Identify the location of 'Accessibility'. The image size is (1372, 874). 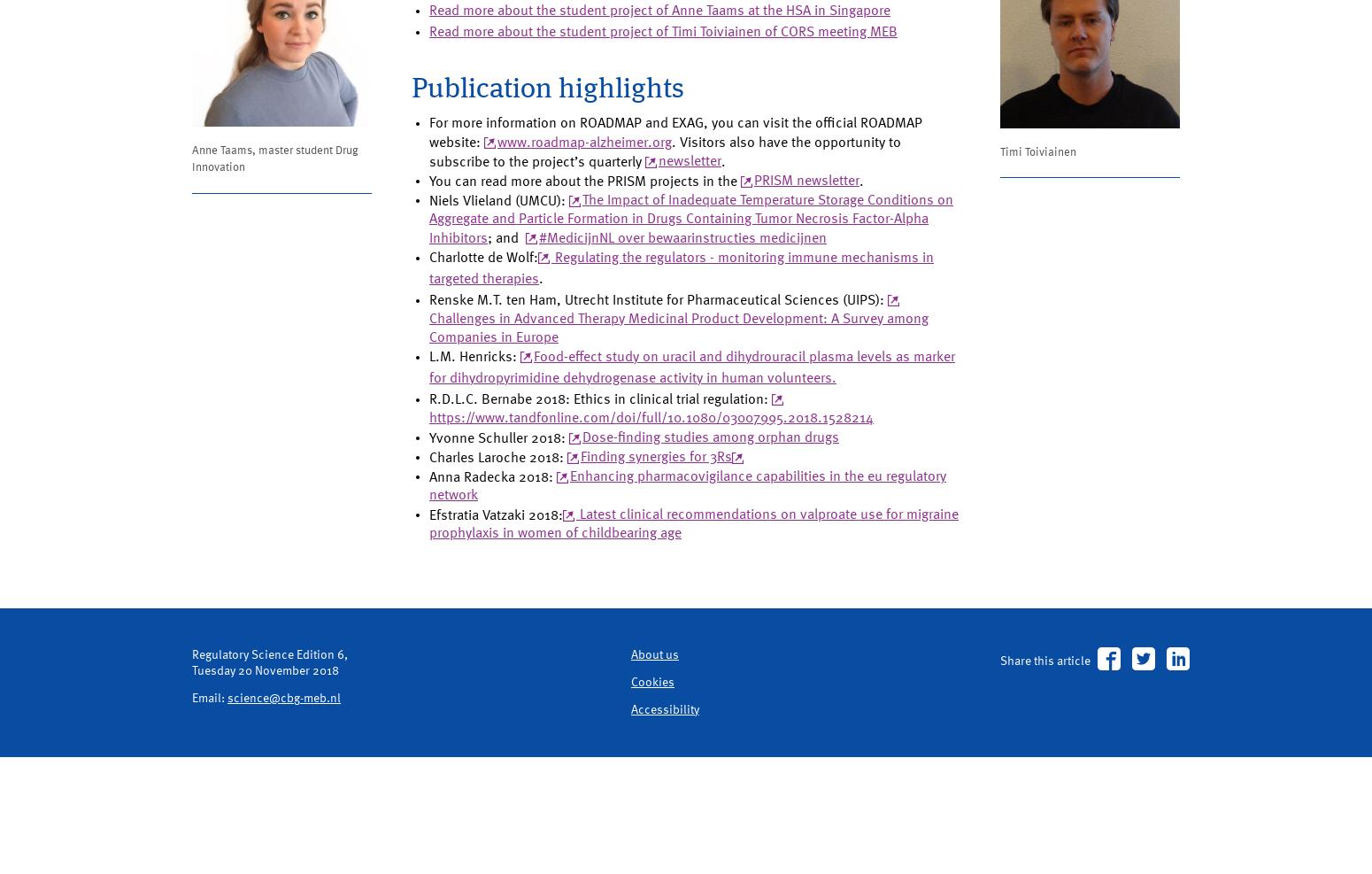
(667, 822).